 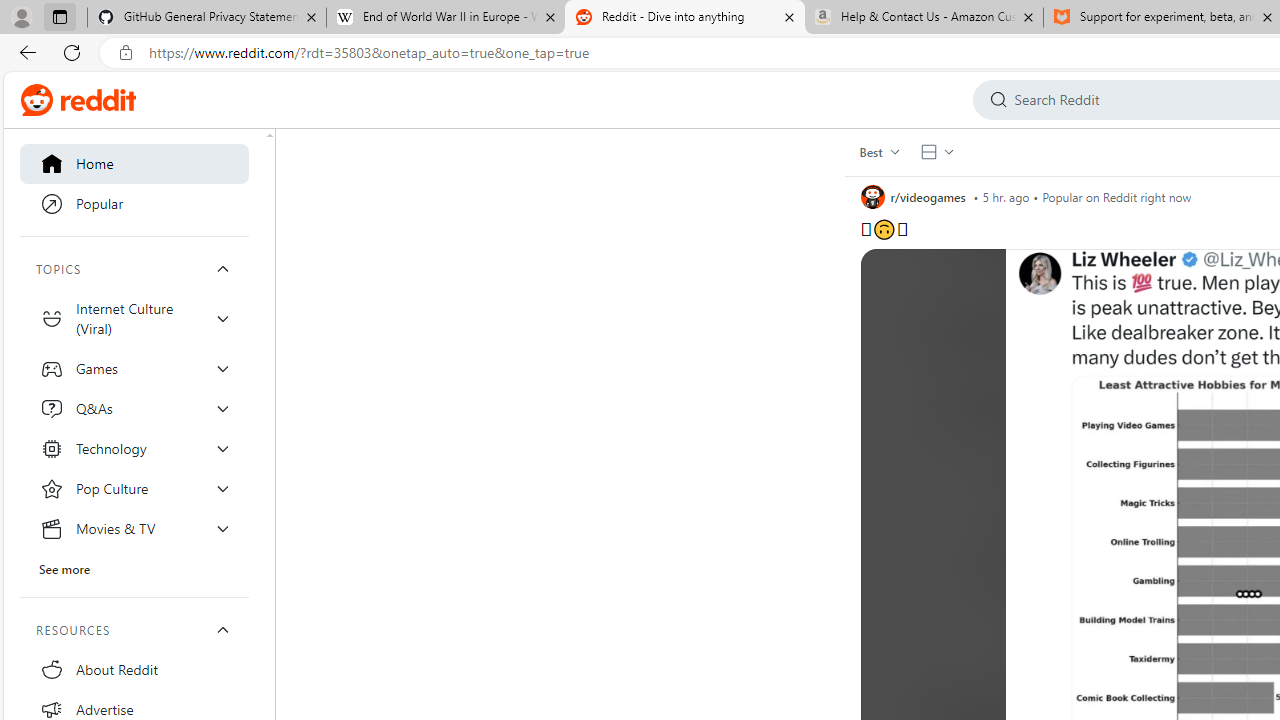 I want to click on 'About Reddit', so click(x=134, y=669).